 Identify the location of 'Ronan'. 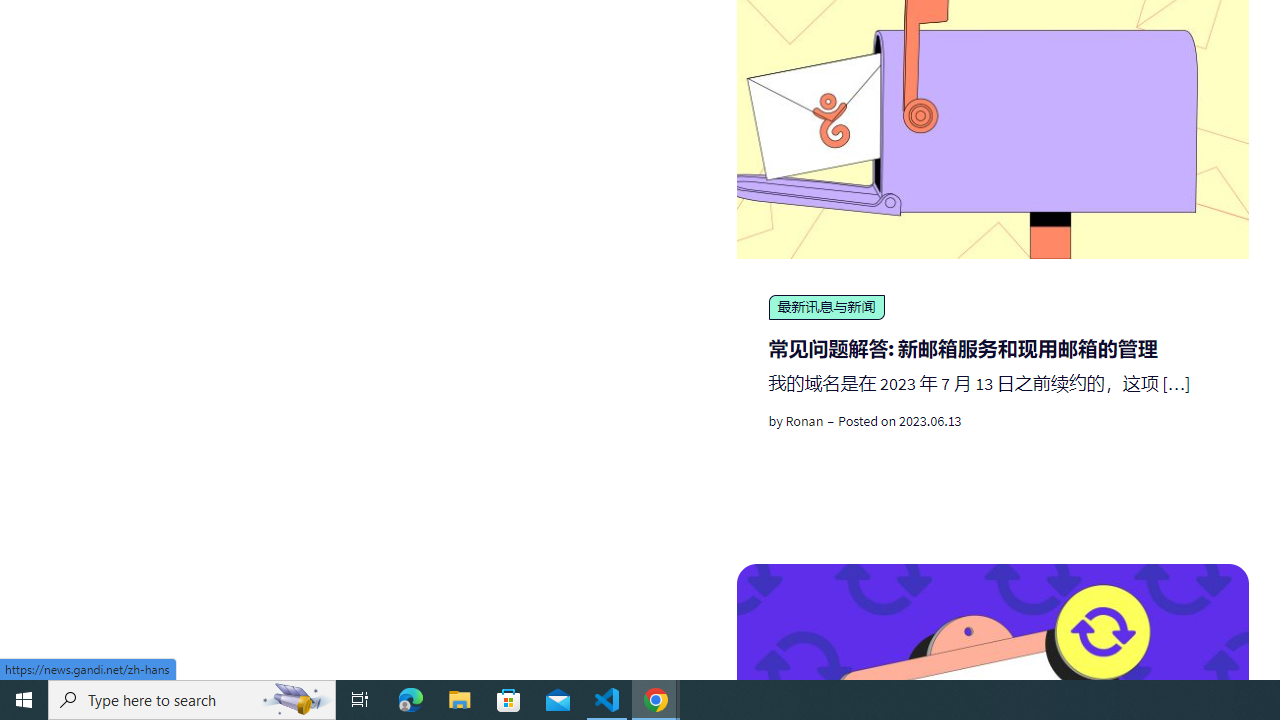
(804, 420).